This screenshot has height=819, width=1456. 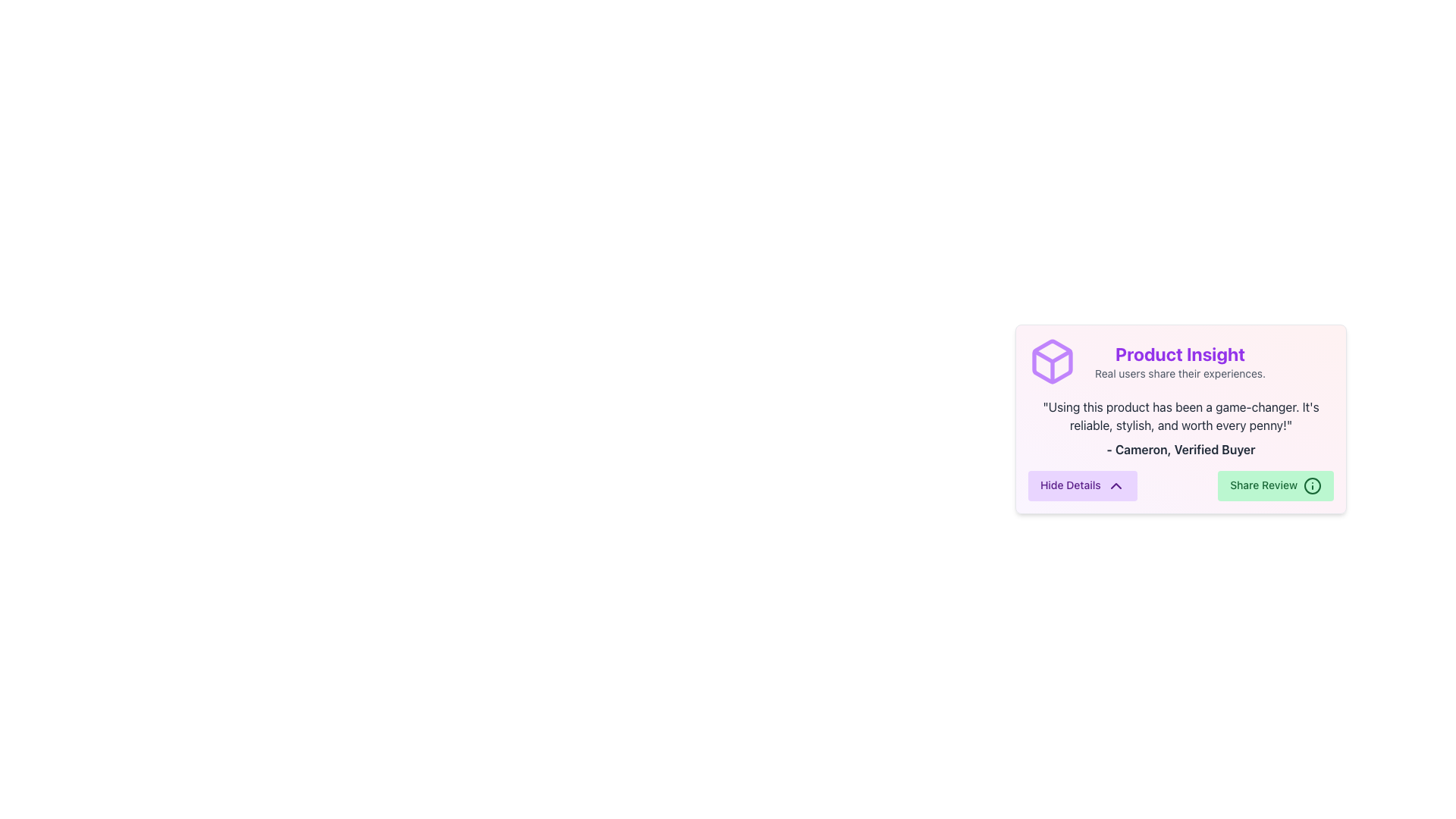 I want to click on the Text label at the top of the card that summarizes the content below it, which is positioned above the smaller text component reading 'Real users share their experiences.', so click(x=1179, y=353).